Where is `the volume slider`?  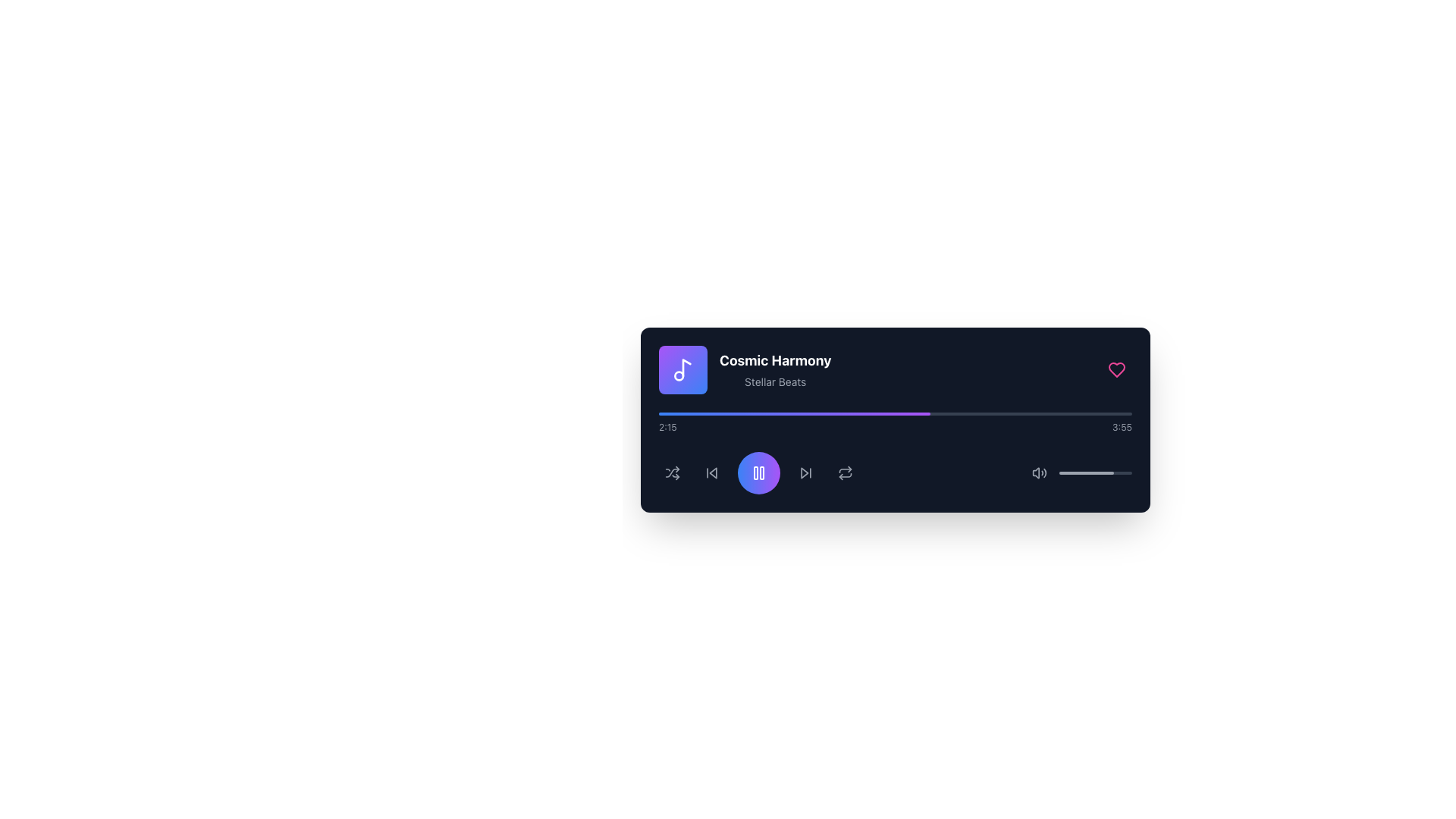
the volume slider is located at coordinates (1119, 472).